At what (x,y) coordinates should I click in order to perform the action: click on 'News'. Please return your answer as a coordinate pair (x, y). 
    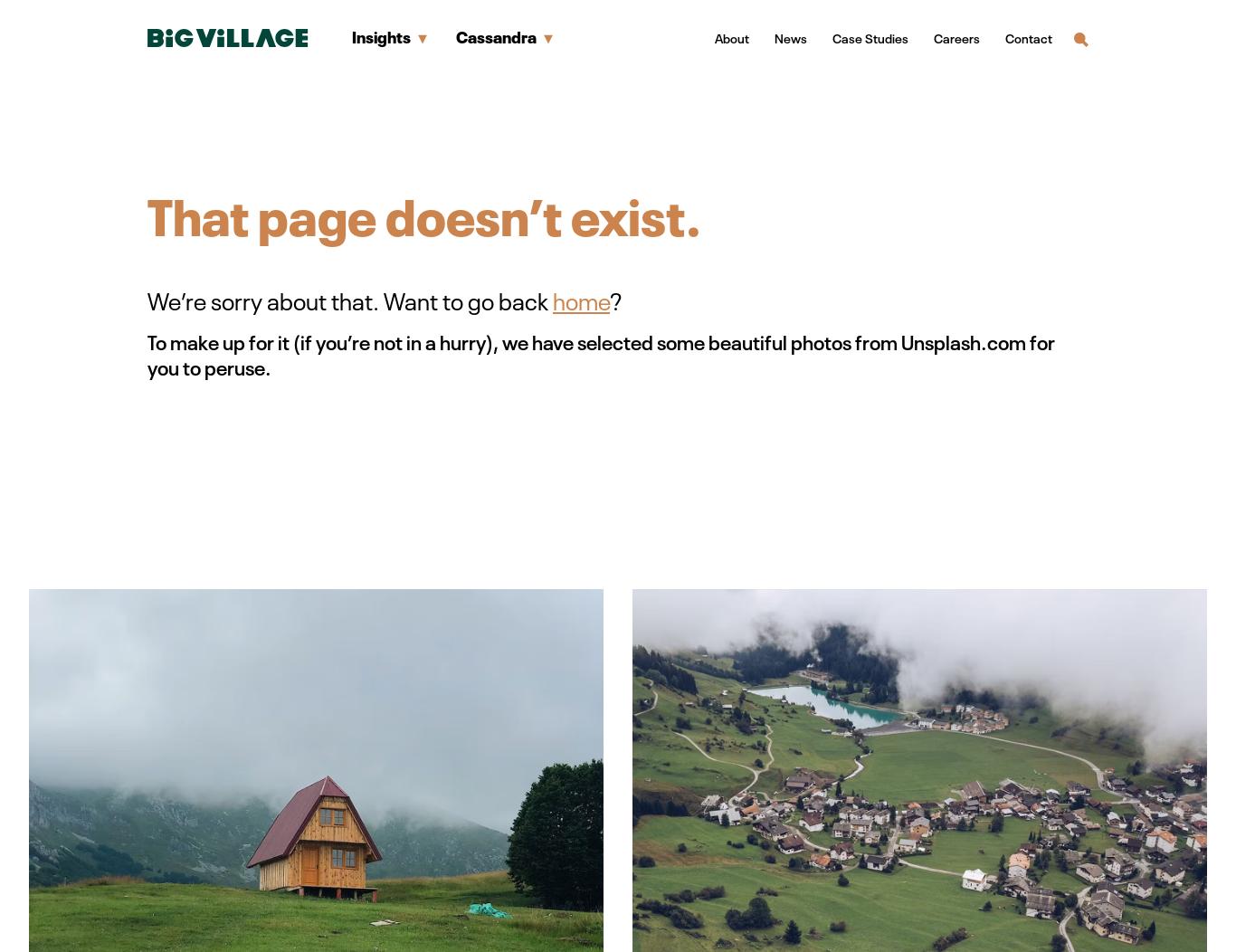
    Looking at the image, I should click on (773, 37).